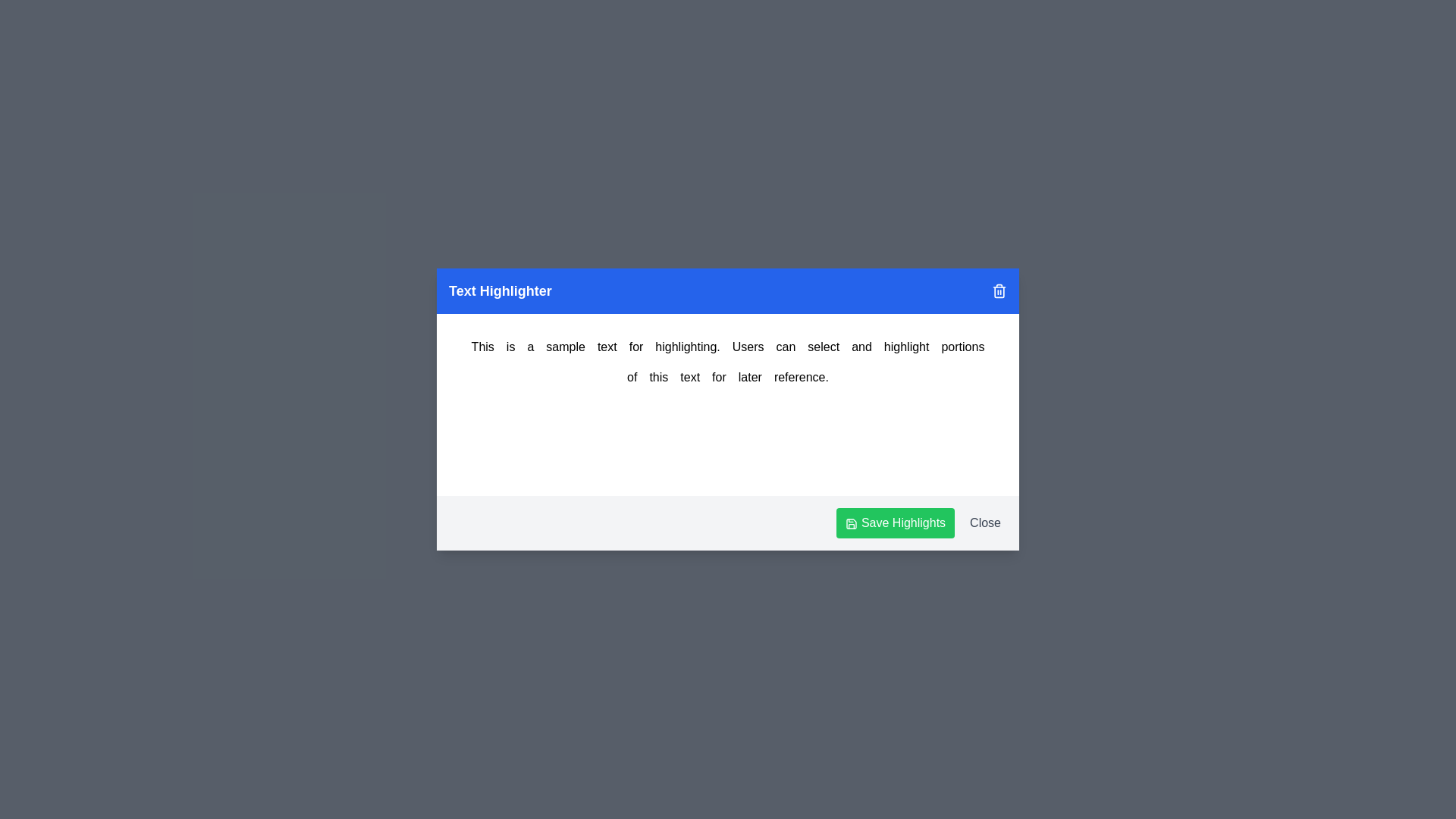 The height and width of the screenshot is (819, 1456). What do you see at coordinates (962, 347) in the screenshot?
I see `the word 'portions' by clicking on it` at bounding box center [962, 347].